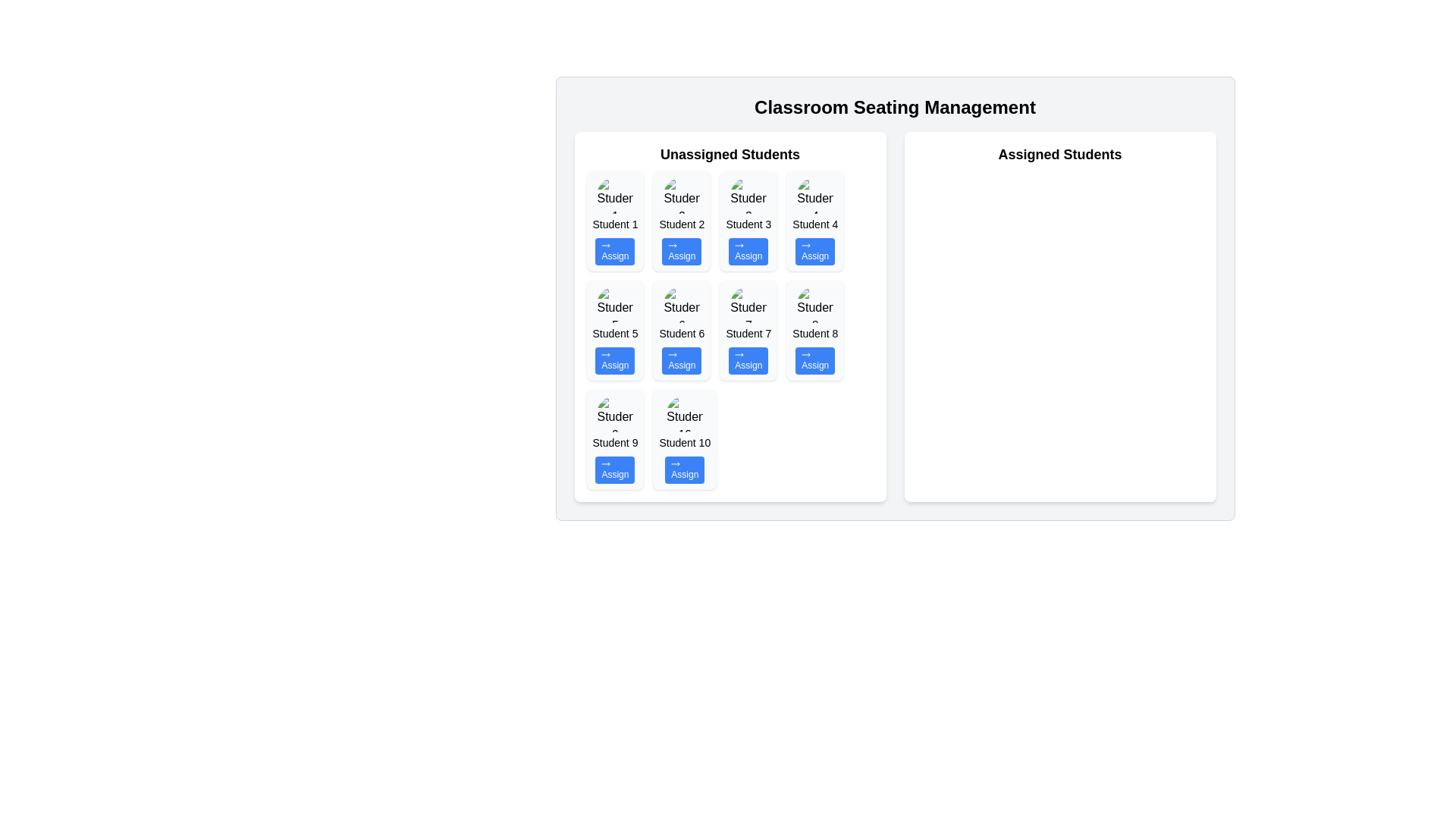  I want to click on the circular profile picture representing 'Student 7', so click(748, 304).